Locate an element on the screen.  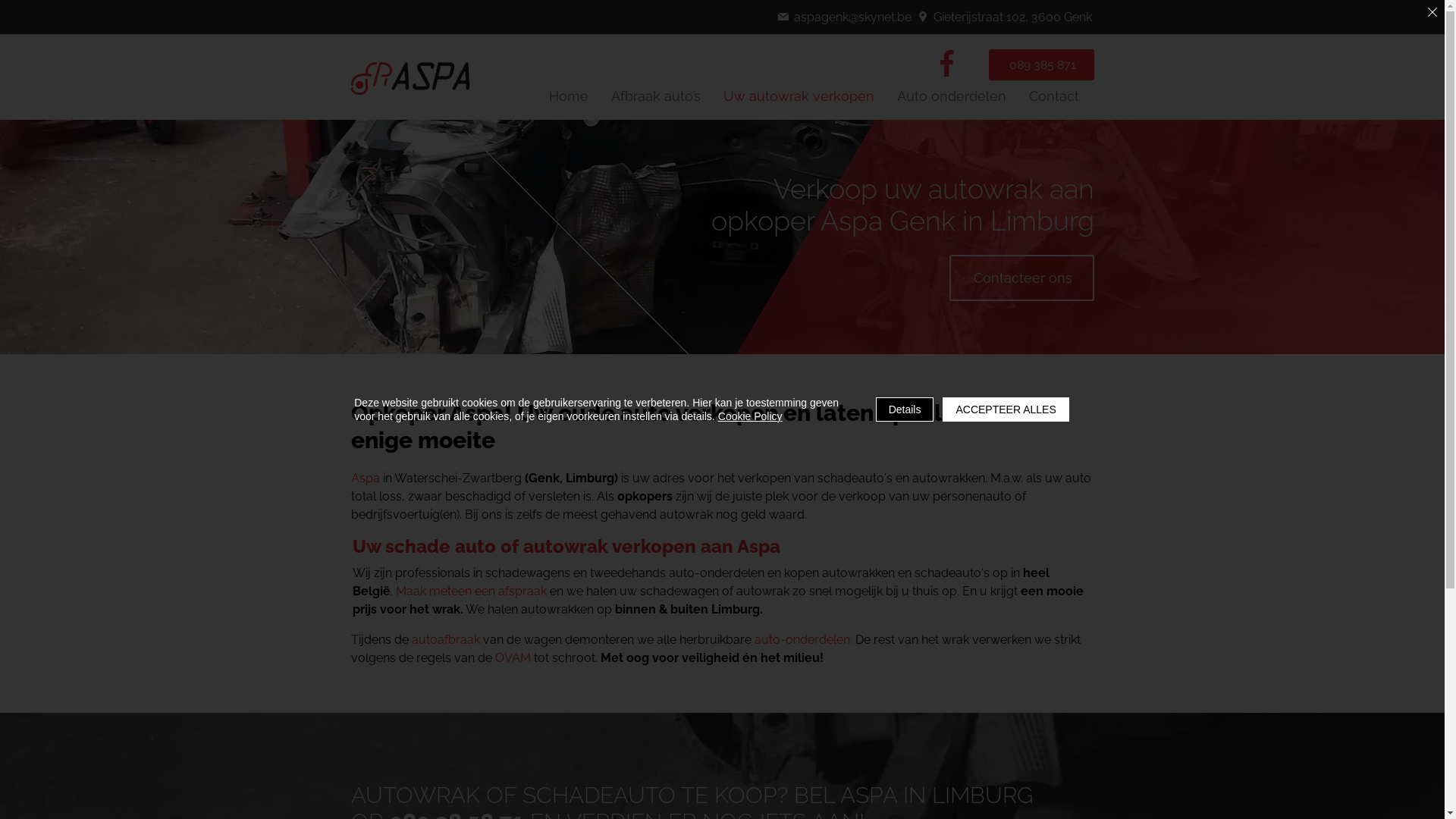
'Uw autowrak verkopen' is located at coordinates (715, 96).